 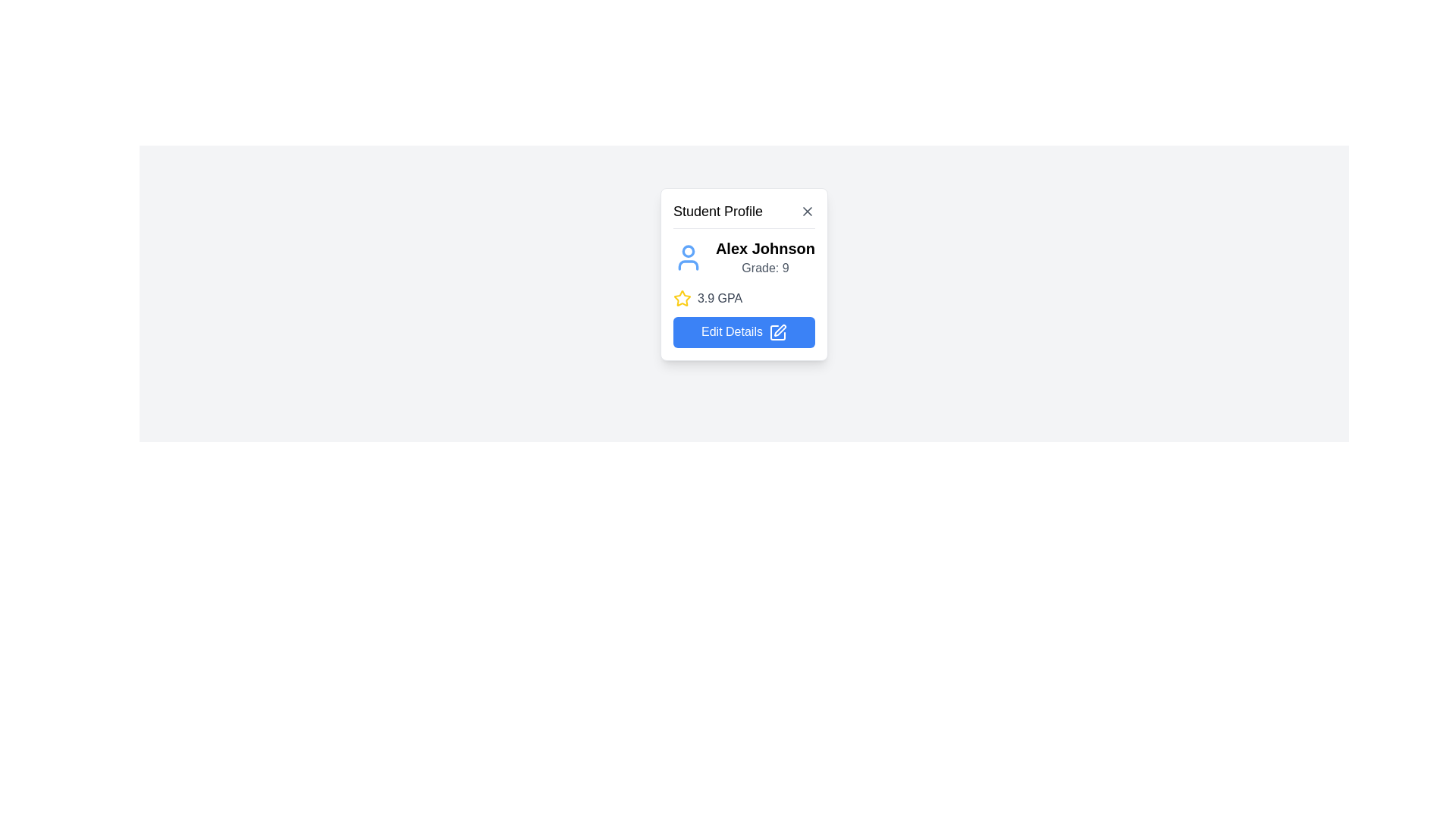 What do you see at coordinates (681, 298) in the screenshot?
I see `the star icon located before the '3.9 GPA' text in the student's profile section` at bounding box center [681, 298].